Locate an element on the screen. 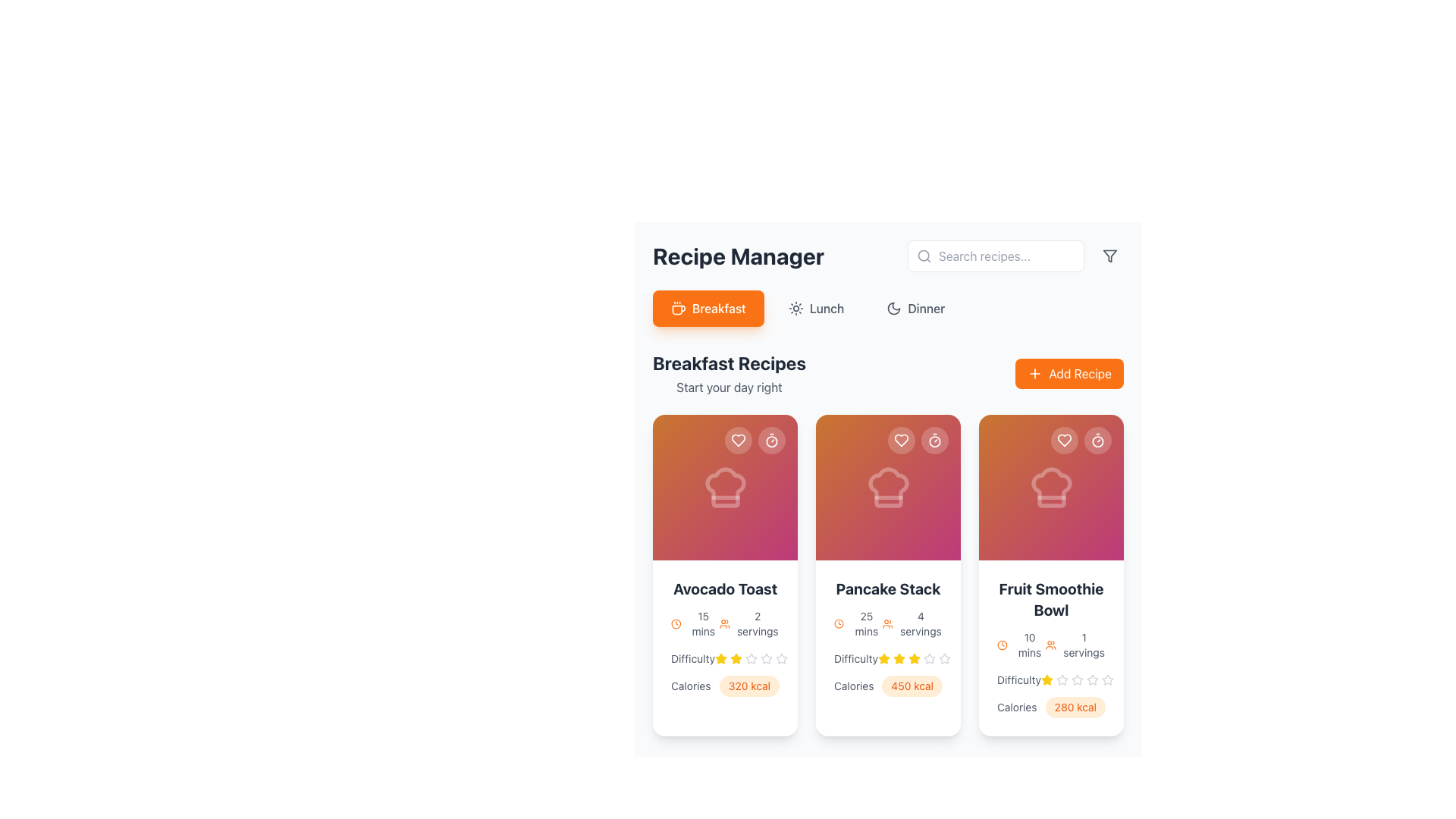  the star icons in the 'Difficulty' rating display of the 'Avocado Toast' card to modify the rating is located at coordinates (724, 657).